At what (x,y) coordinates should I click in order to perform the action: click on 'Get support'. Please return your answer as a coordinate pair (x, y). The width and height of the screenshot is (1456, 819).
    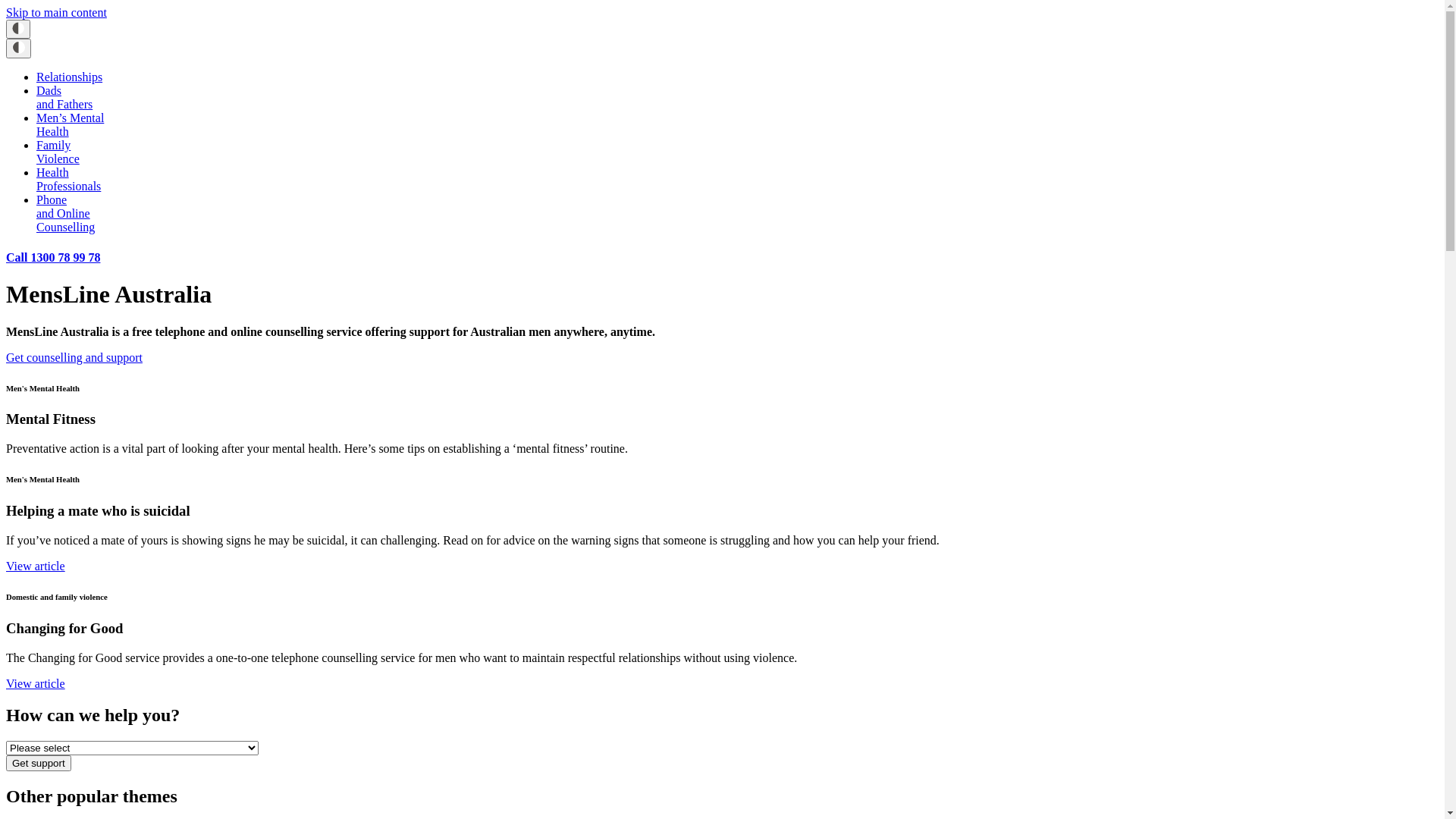
    Looking at the image, I should click on (39, 763).